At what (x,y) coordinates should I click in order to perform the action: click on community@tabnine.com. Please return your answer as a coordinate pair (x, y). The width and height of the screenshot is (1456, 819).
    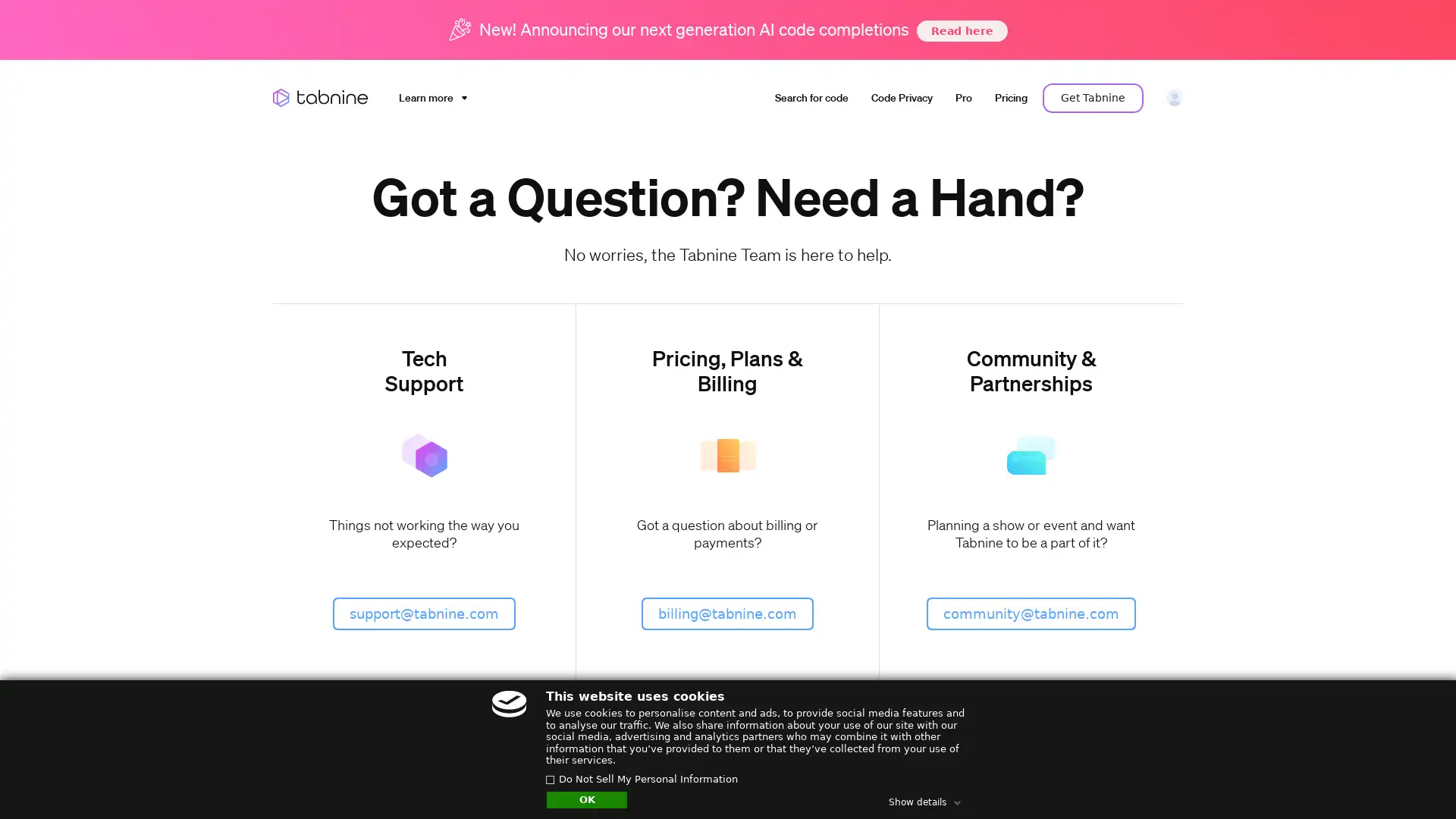
    Looking at the image, I should click on (1031, 612).